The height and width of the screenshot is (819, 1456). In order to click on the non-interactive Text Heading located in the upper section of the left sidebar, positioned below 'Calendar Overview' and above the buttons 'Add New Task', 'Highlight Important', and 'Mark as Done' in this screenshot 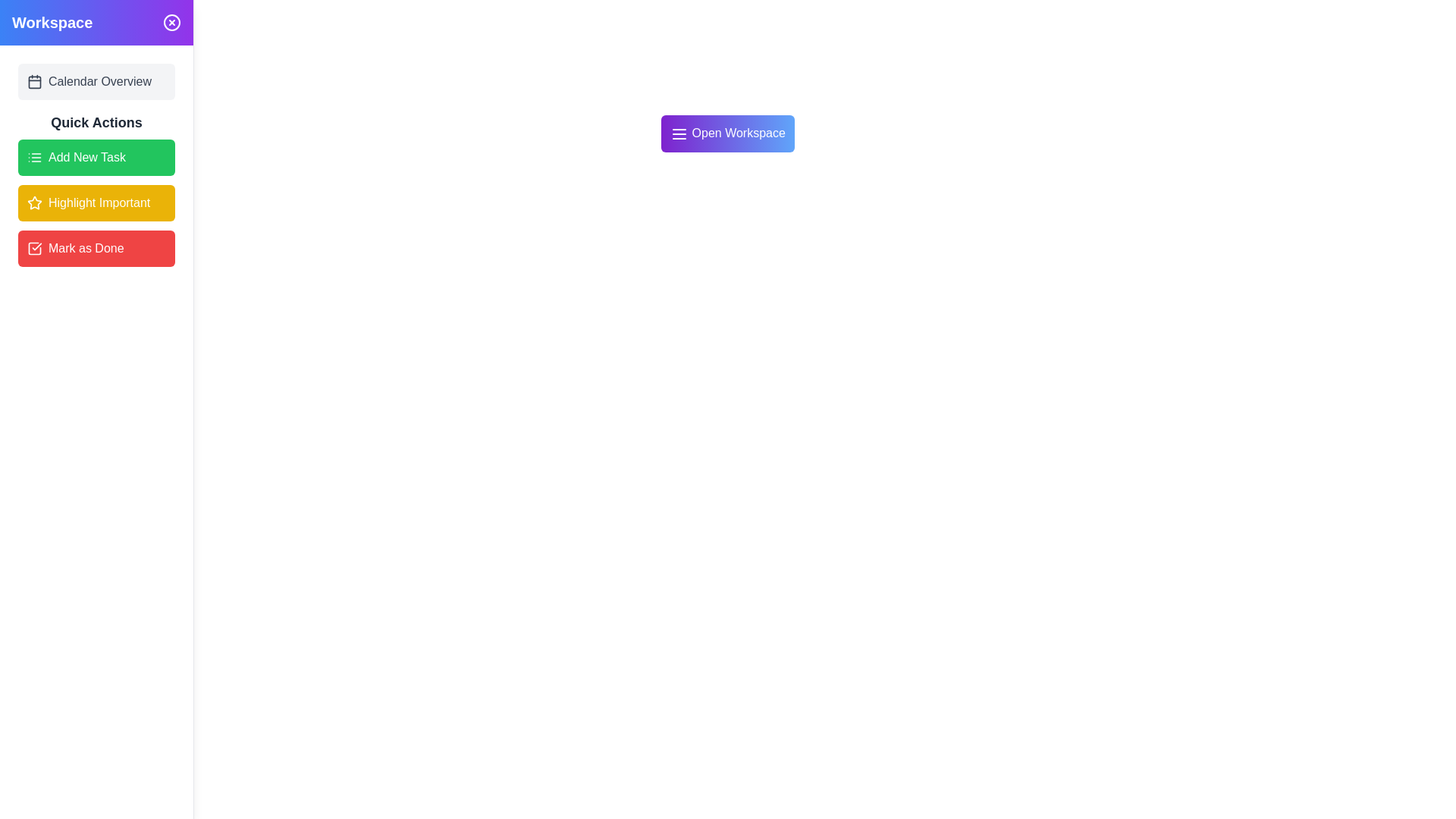, I will do `click(96, 122)`.